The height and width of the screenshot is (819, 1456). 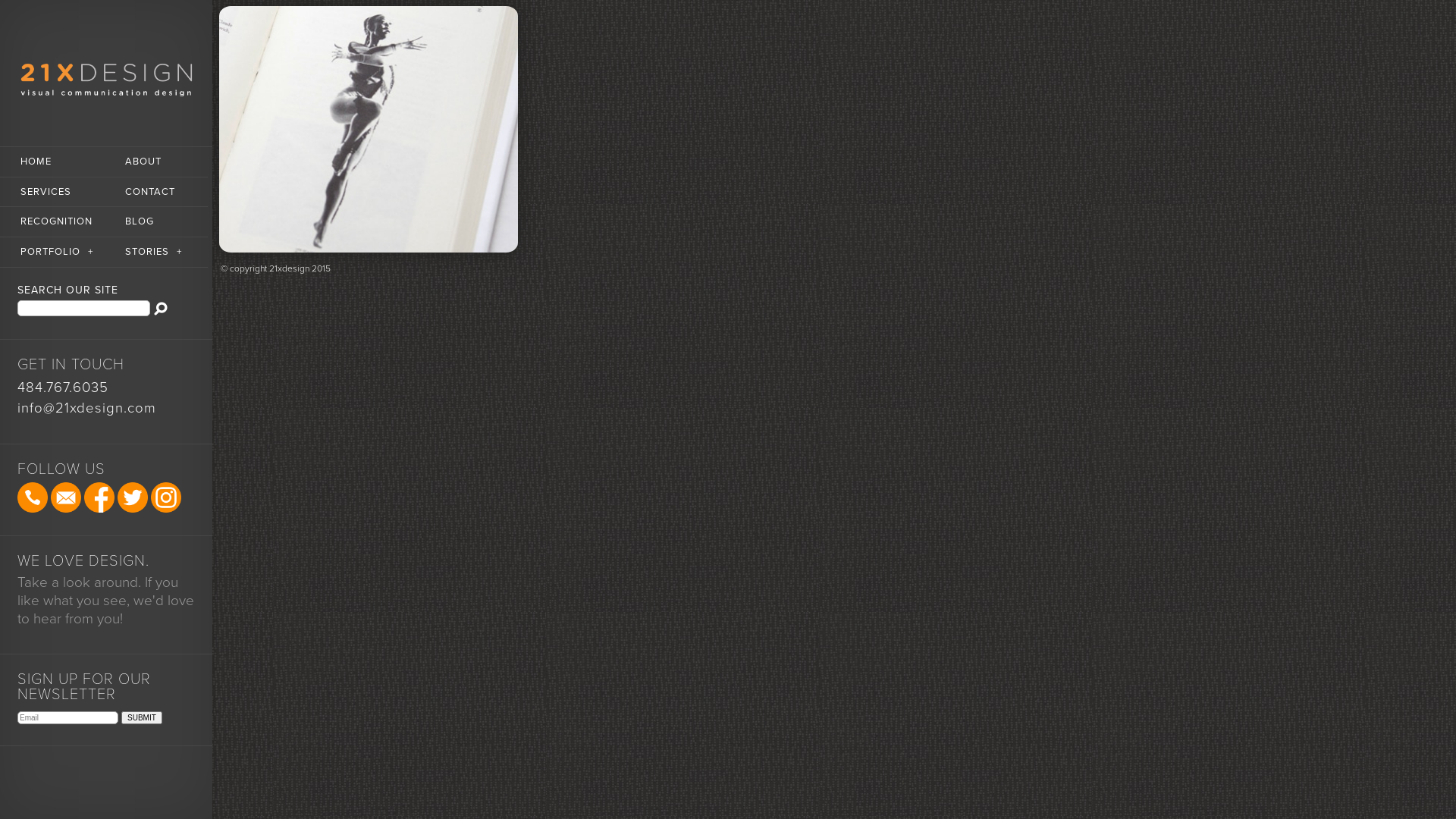 What do you see at coordinates (155, 222) in the screenshot?
I see `'BLOG'` at bounding box center [155, 222].